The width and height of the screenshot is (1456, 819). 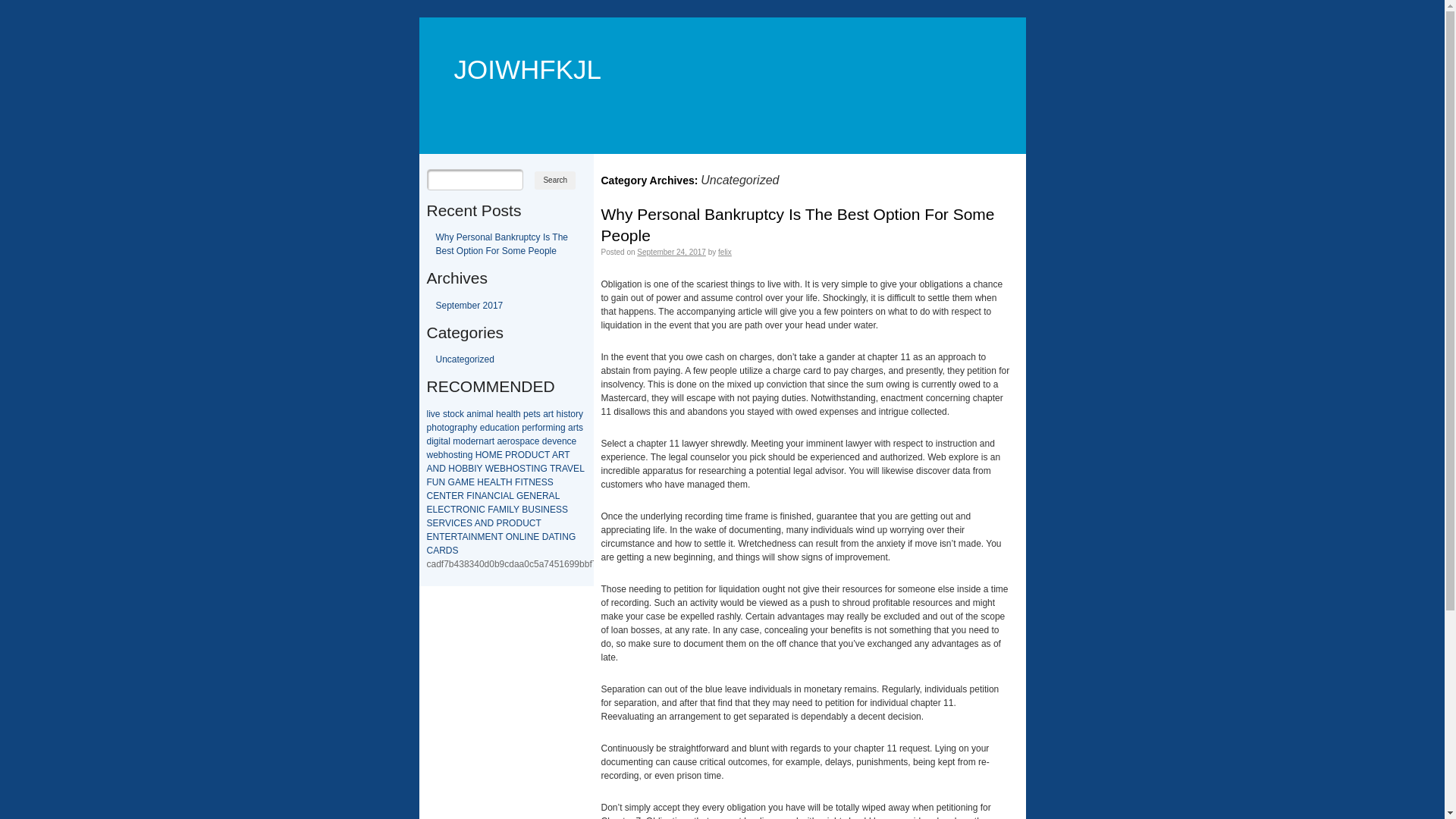 I want to click on 'T', so click(x=566, y=454).